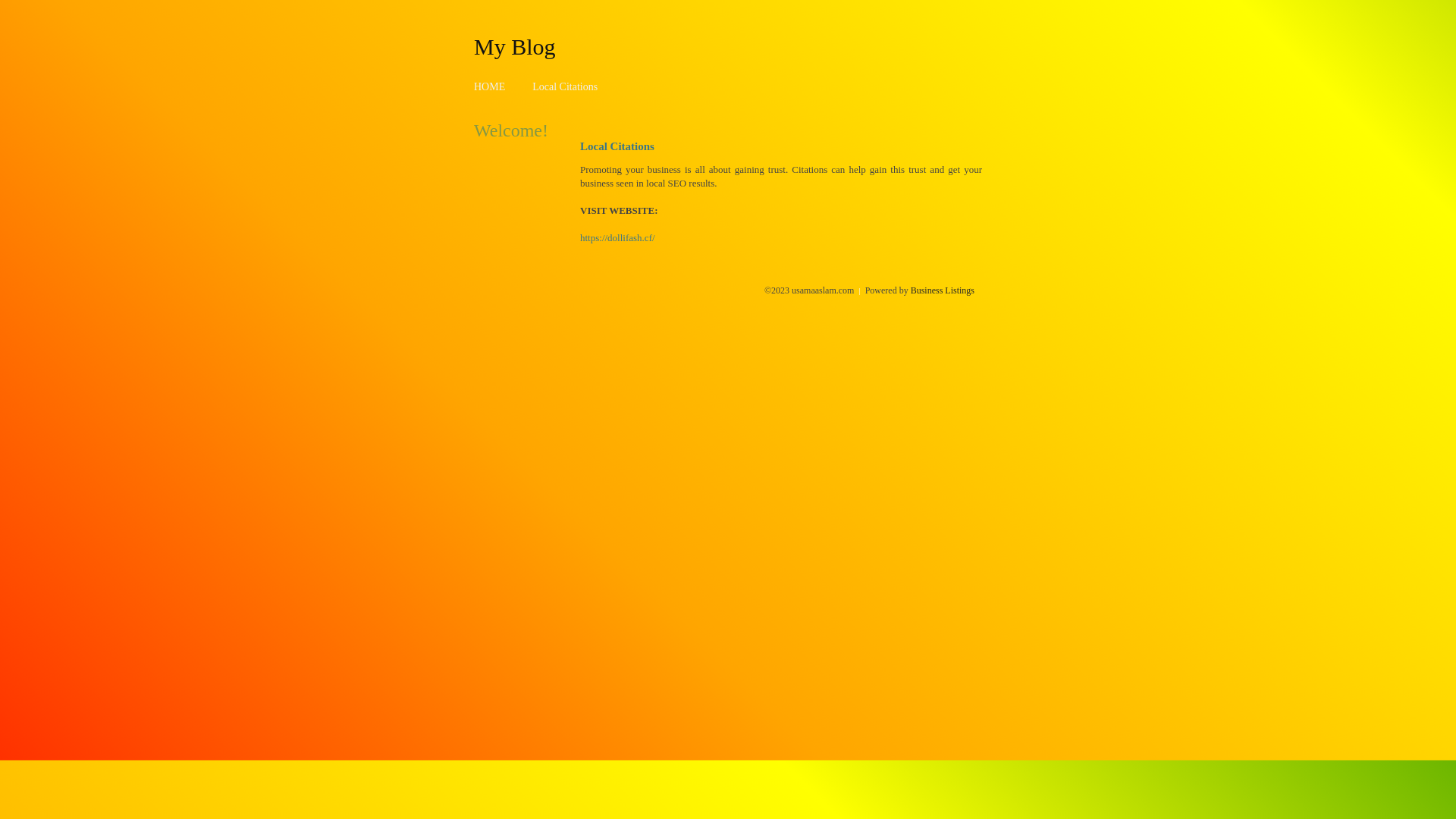  Describe the element at coordinates (489, 86) in the screenshot. I see `'HOME'` at that location.